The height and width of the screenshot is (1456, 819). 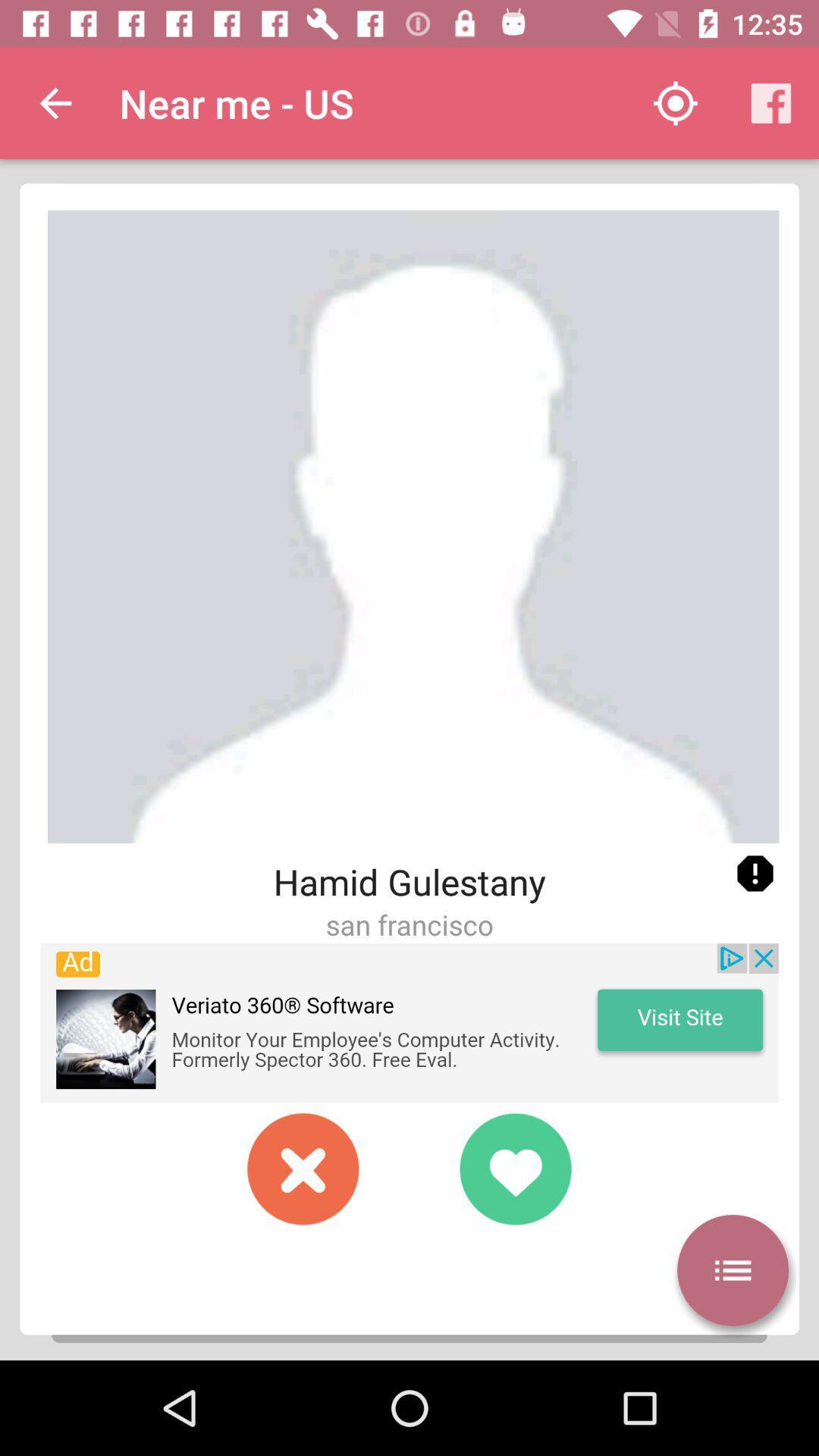 I want to click on closed the app, so click(x=303, y=1168).